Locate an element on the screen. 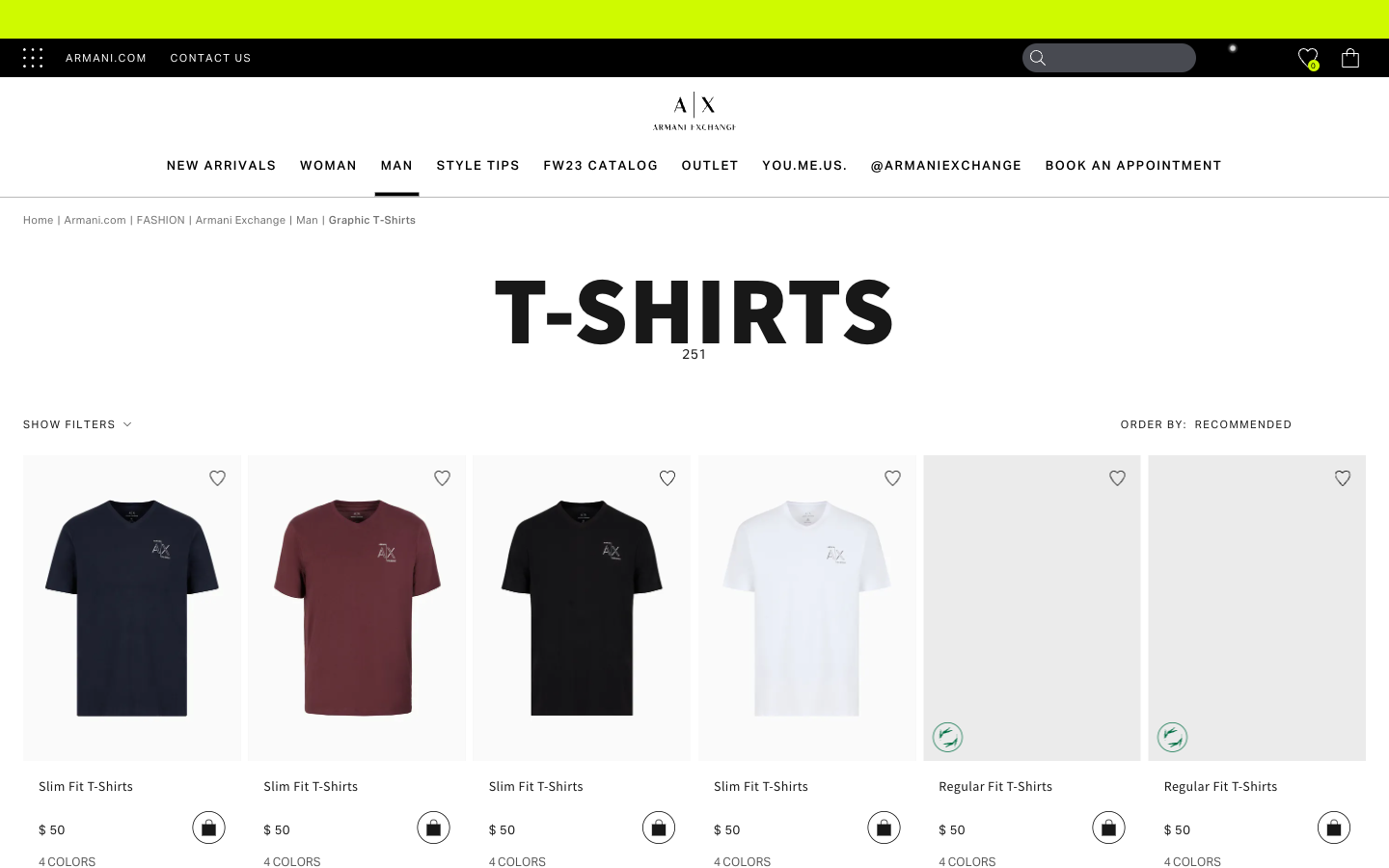  From the top menu, select and click on the @ArmaniExchange option to access it is located at coordinates (945, 165).